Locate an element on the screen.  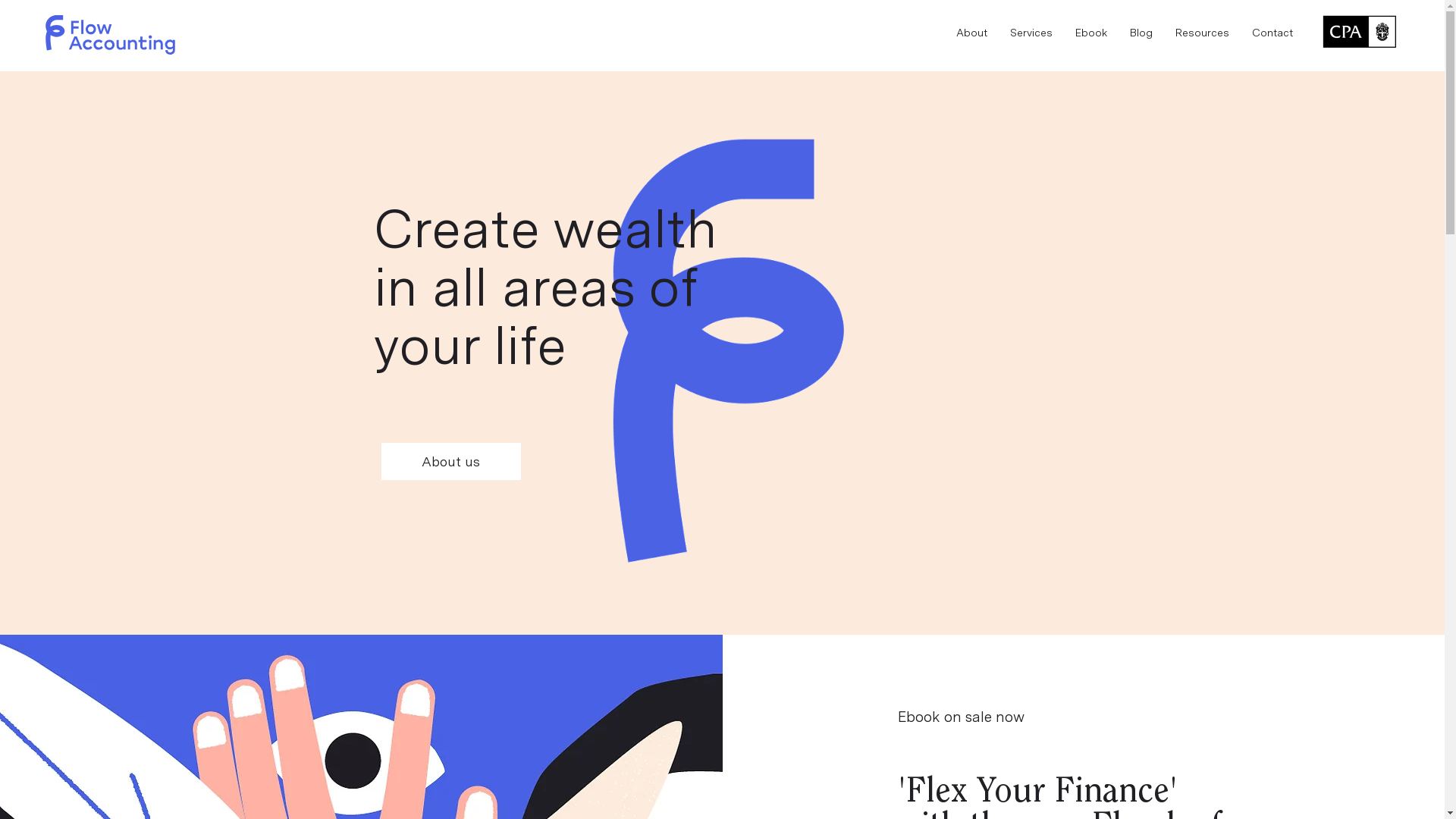
'Contact' is located at coordinates (1272, 33).